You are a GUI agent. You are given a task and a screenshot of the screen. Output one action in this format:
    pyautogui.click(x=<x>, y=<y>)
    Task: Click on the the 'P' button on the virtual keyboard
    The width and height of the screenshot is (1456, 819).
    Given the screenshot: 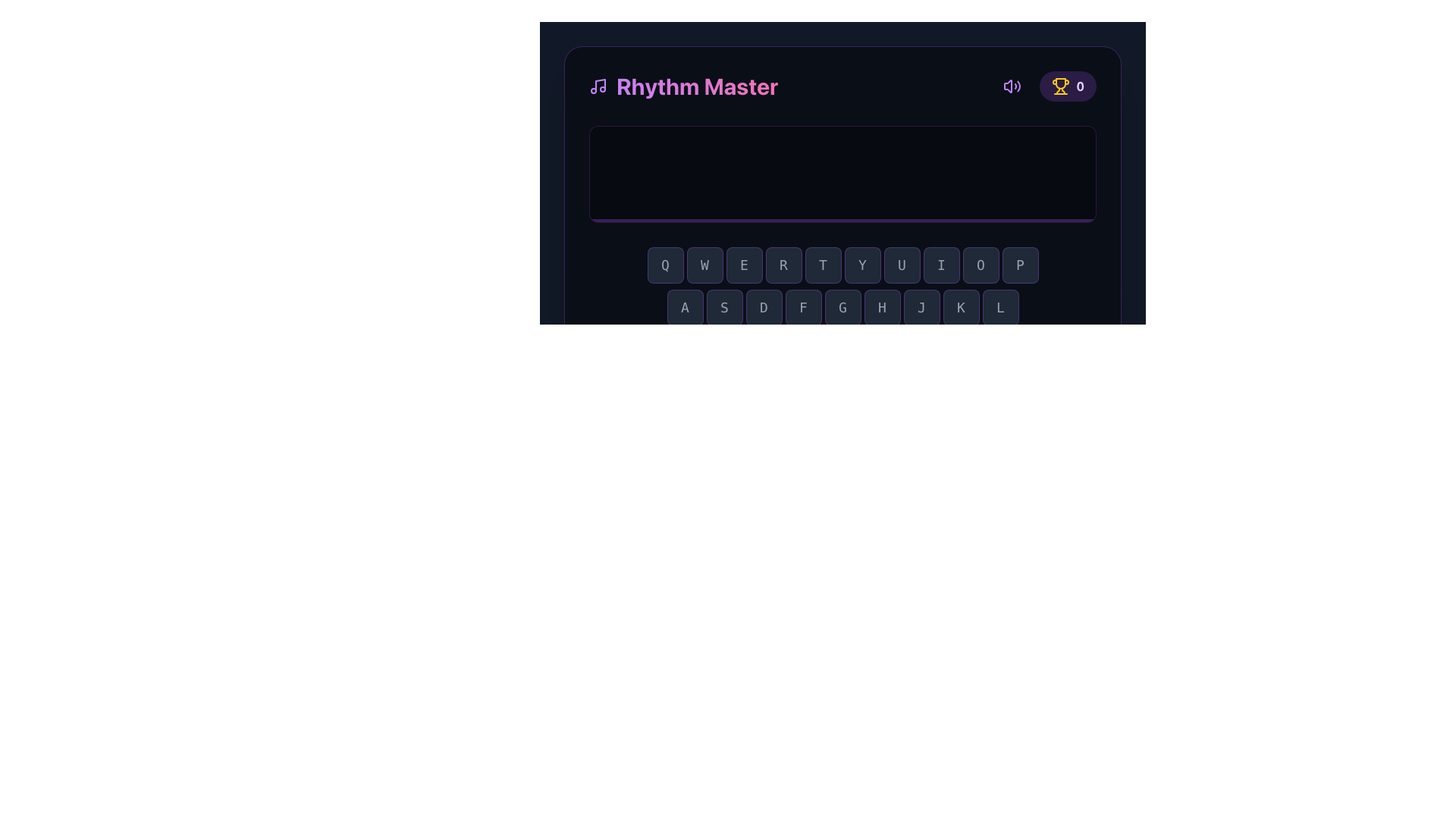 What is the action you would take?
    pyautogui.click(x=1020, y=265)
    